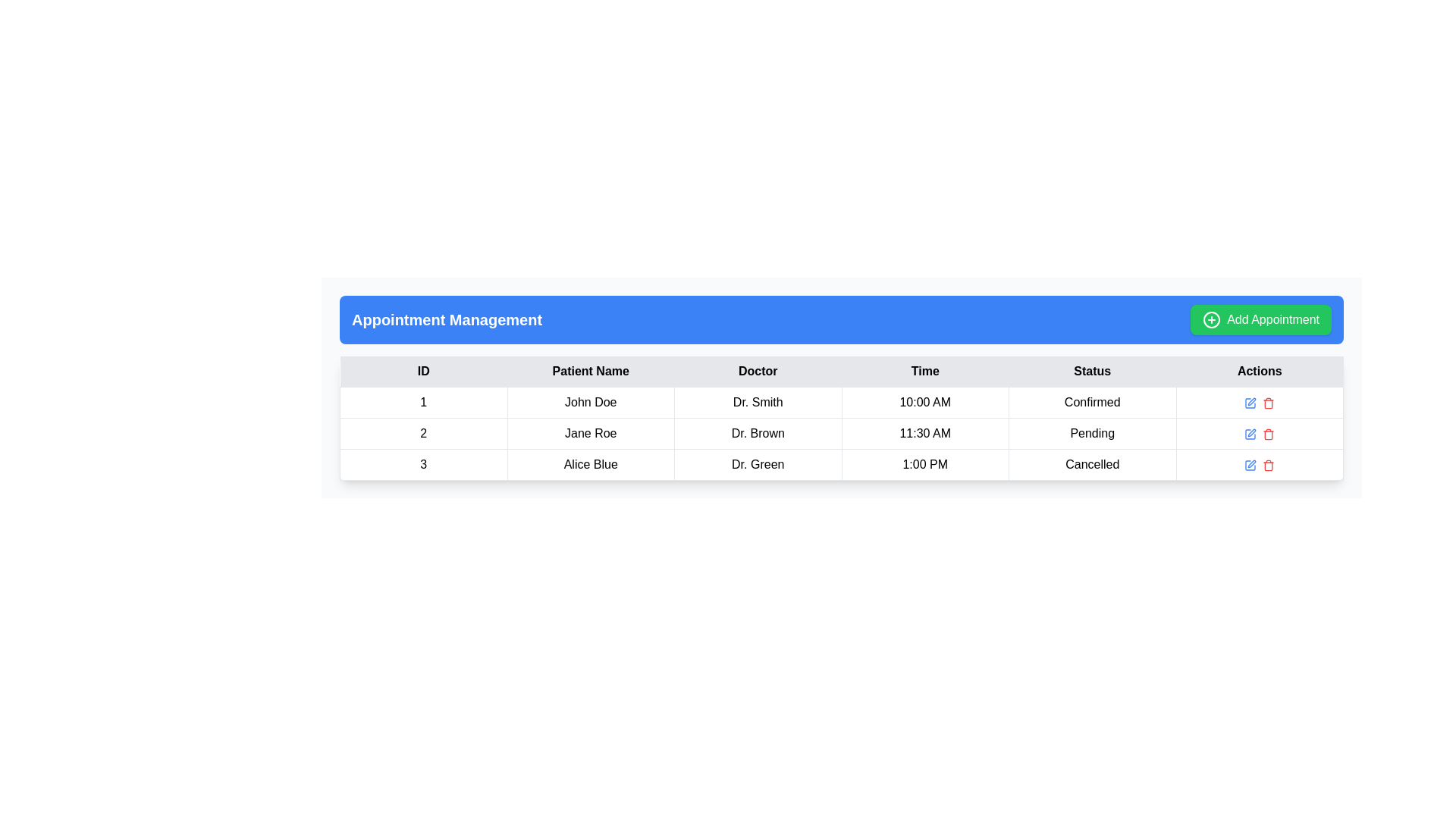 The width and height of the screenshot is (1456, 819). What do you see at coordinates (423, 433) in the screenshot?
I see `the table cell displaying the ID number in the second row under the 'ID' column, which is the leftmost cell adjacent to the name 'Jane Roe'` at bounding box center [423, 433].